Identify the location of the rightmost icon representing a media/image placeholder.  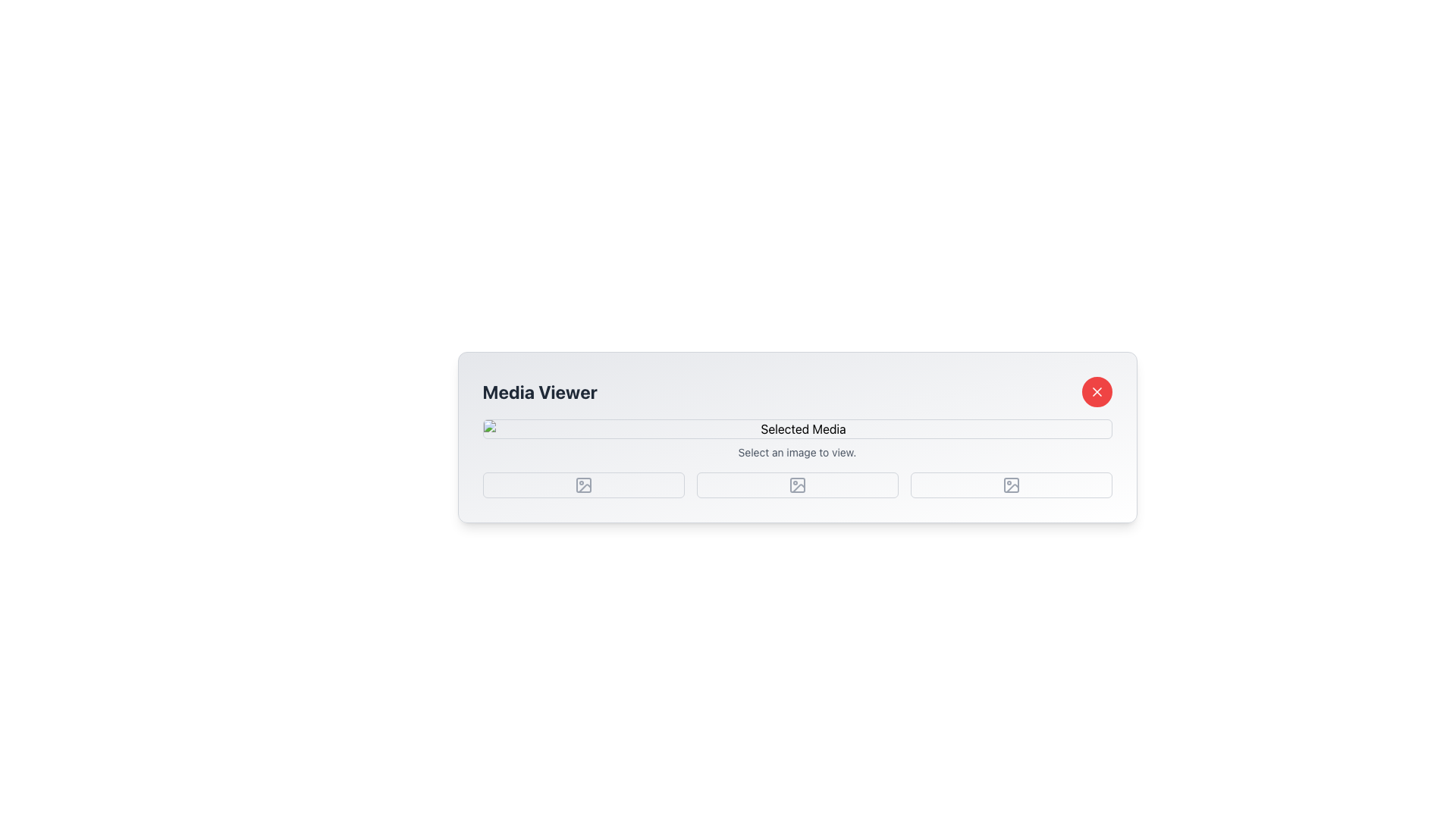
(1011, 485).